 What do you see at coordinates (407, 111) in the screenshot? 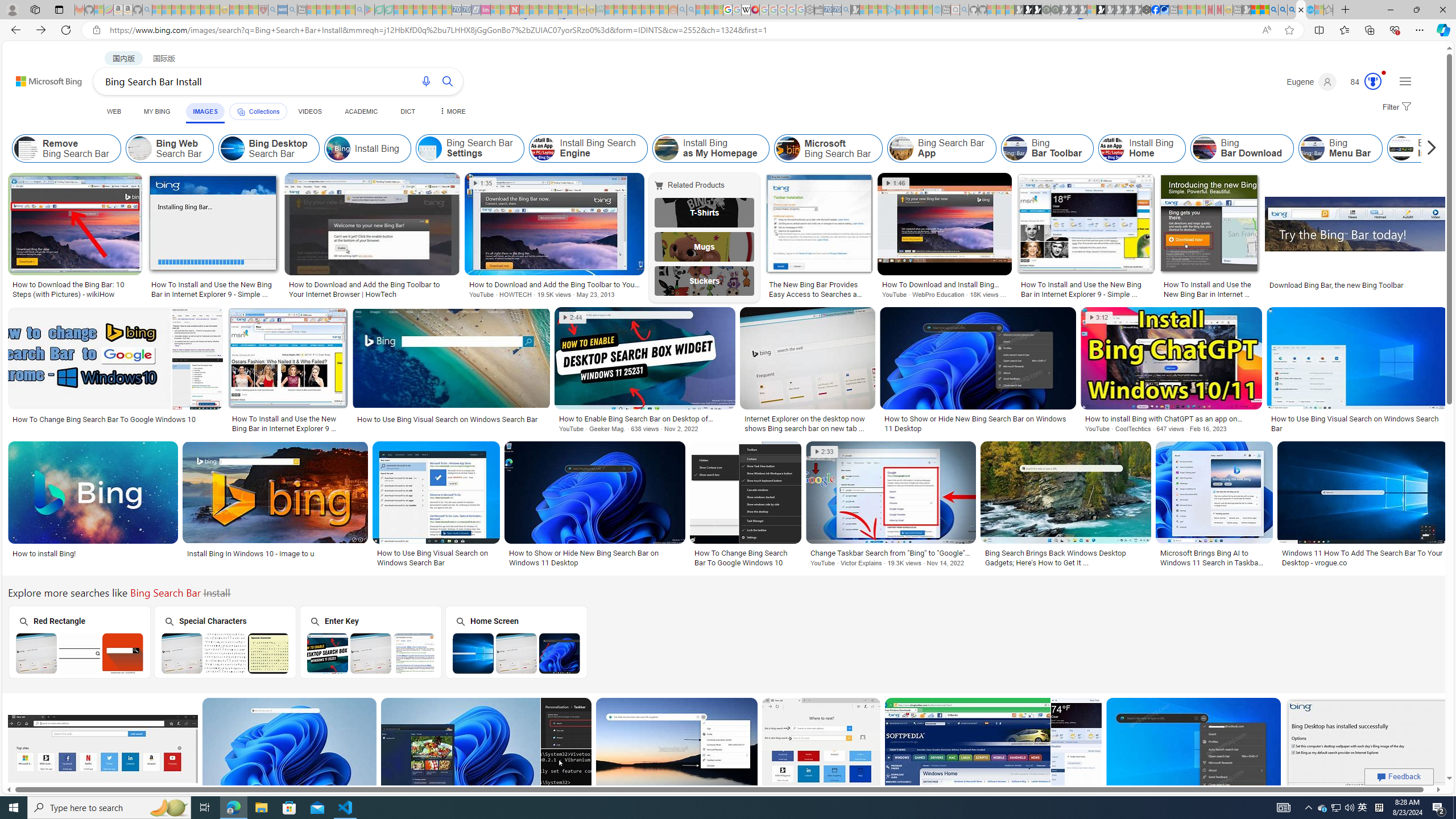
I see `'DICT'` at bounding box center [407, 111].